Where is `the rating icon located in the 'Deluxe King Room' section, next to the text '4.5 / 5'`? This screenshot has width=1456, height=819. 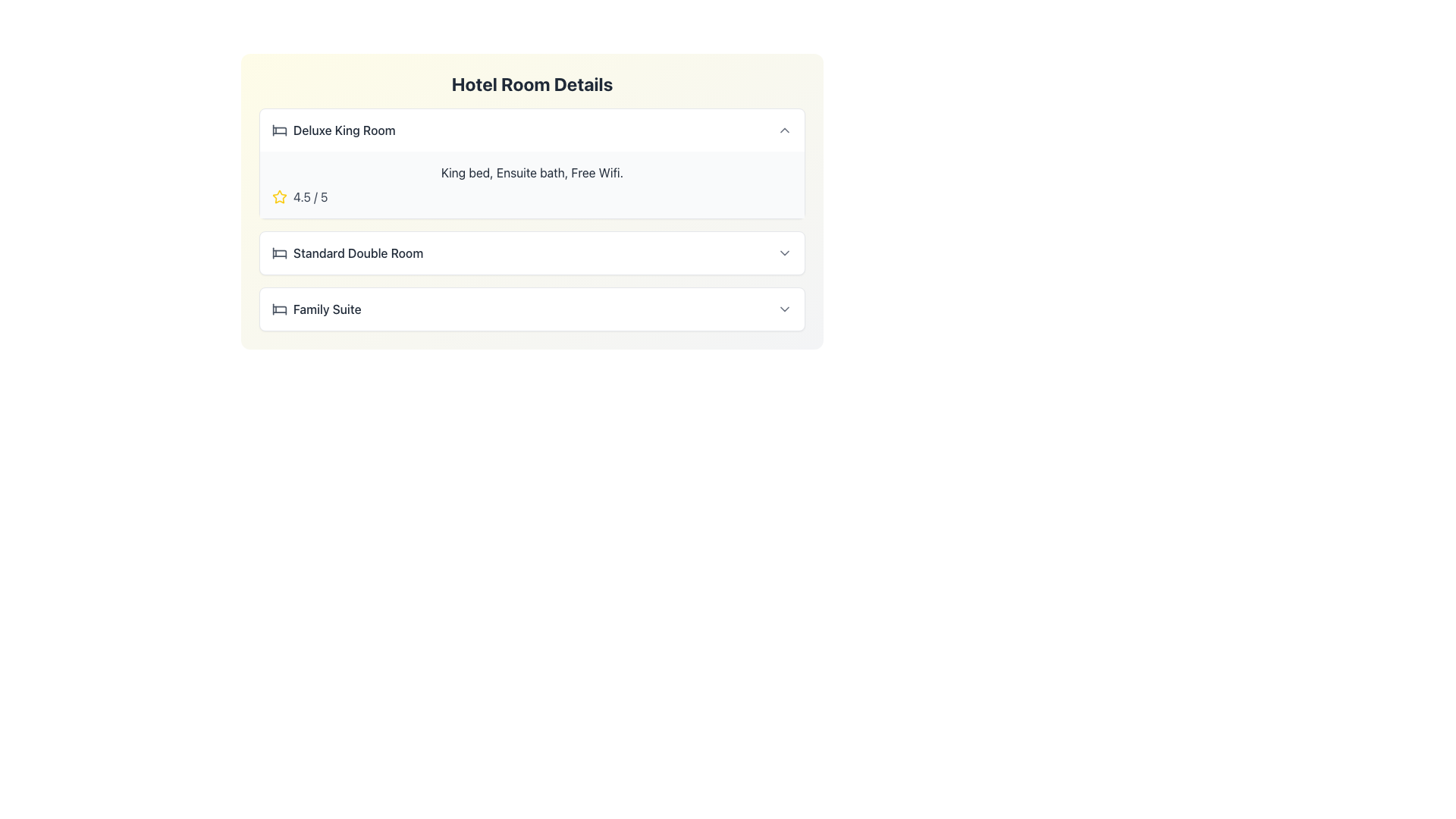 the rating icon located in the 'Deluxe King Room' section, next to the text '4.5 / 5' is located at coordinates (280, 196).